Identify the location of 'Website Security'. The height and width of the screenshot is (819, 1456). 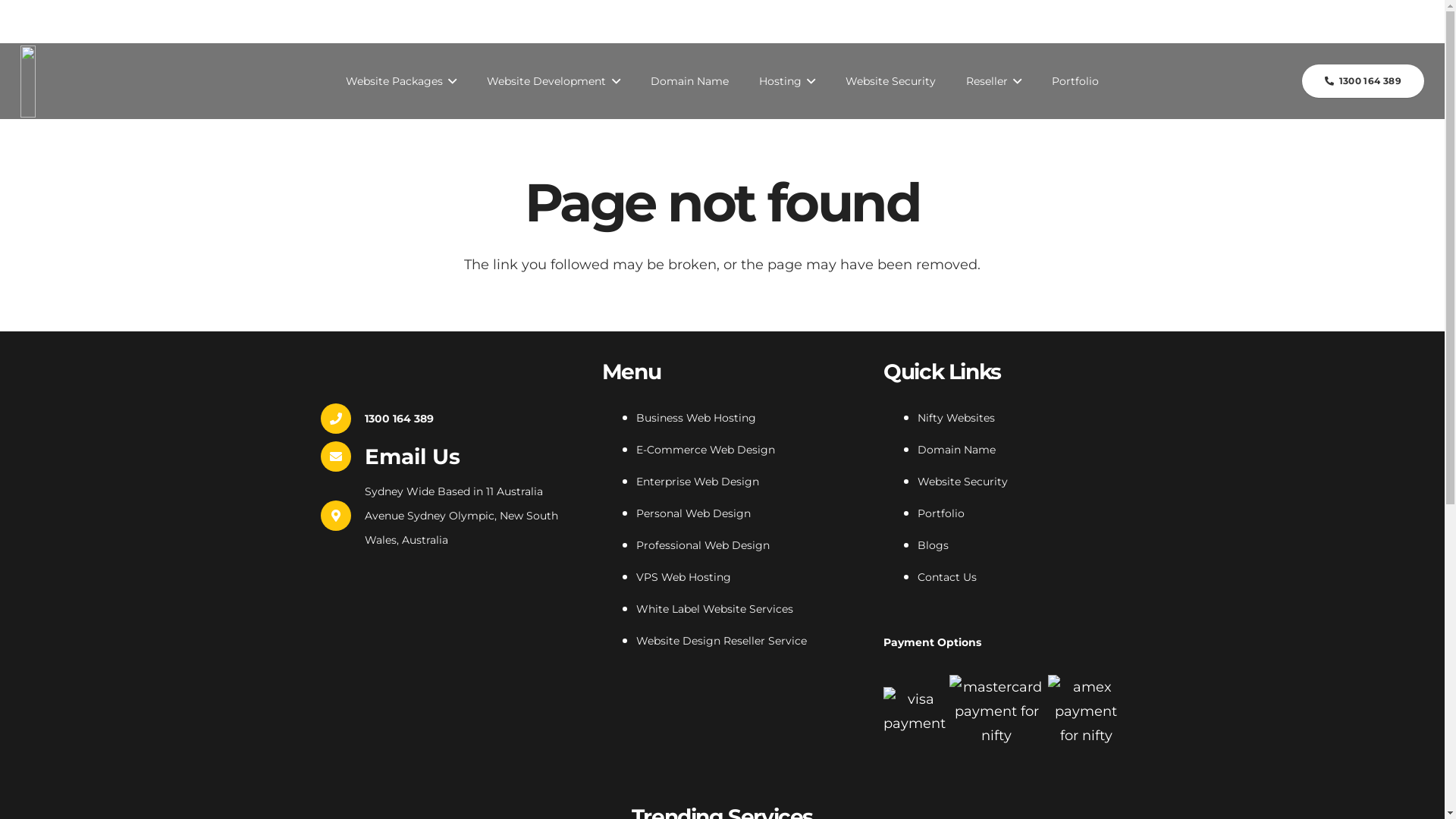
(962, 482).